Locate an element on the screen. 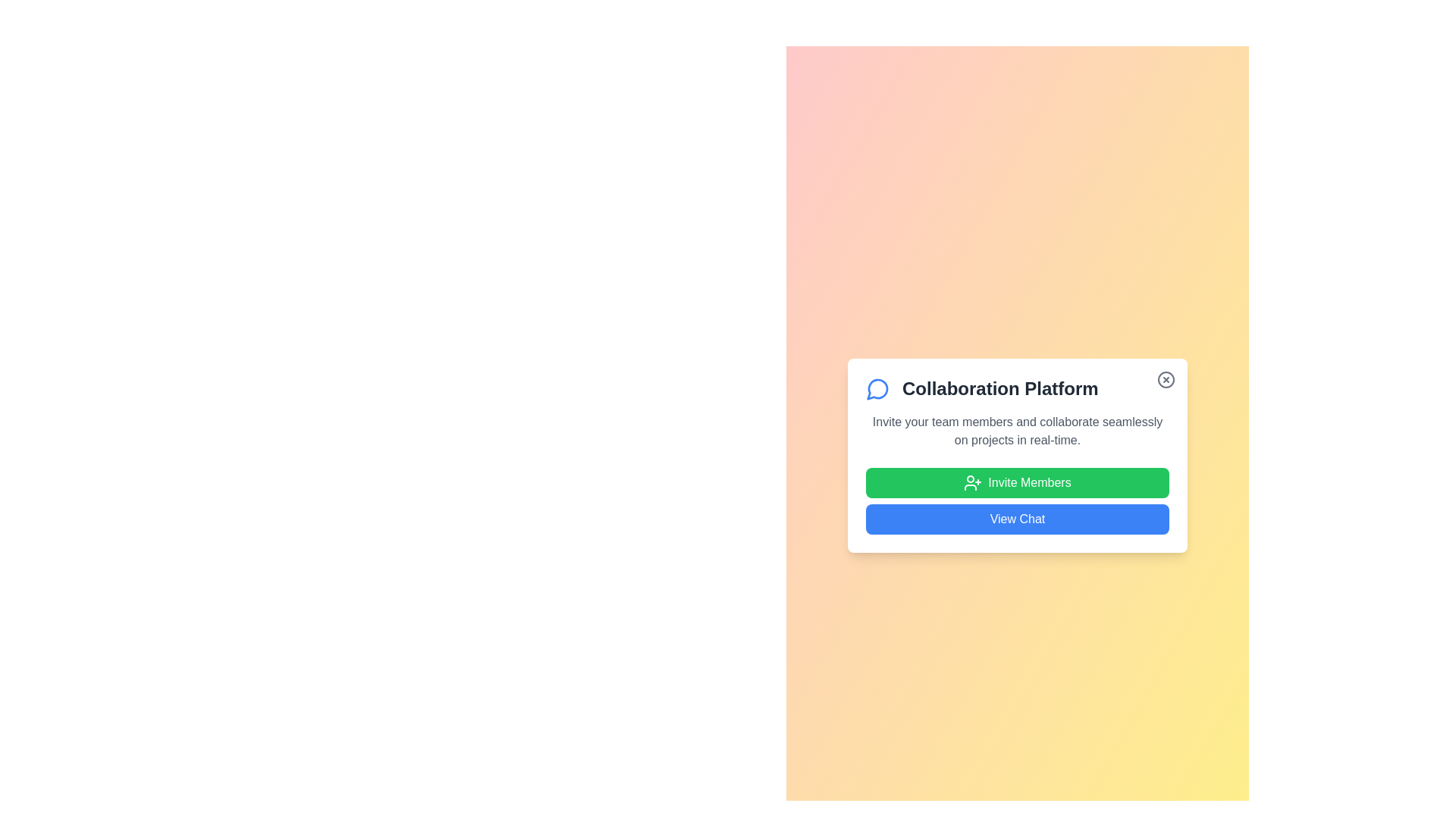  the 'Invite Members' button to initiate the member invitation process is located at coordinates (1018, 482).